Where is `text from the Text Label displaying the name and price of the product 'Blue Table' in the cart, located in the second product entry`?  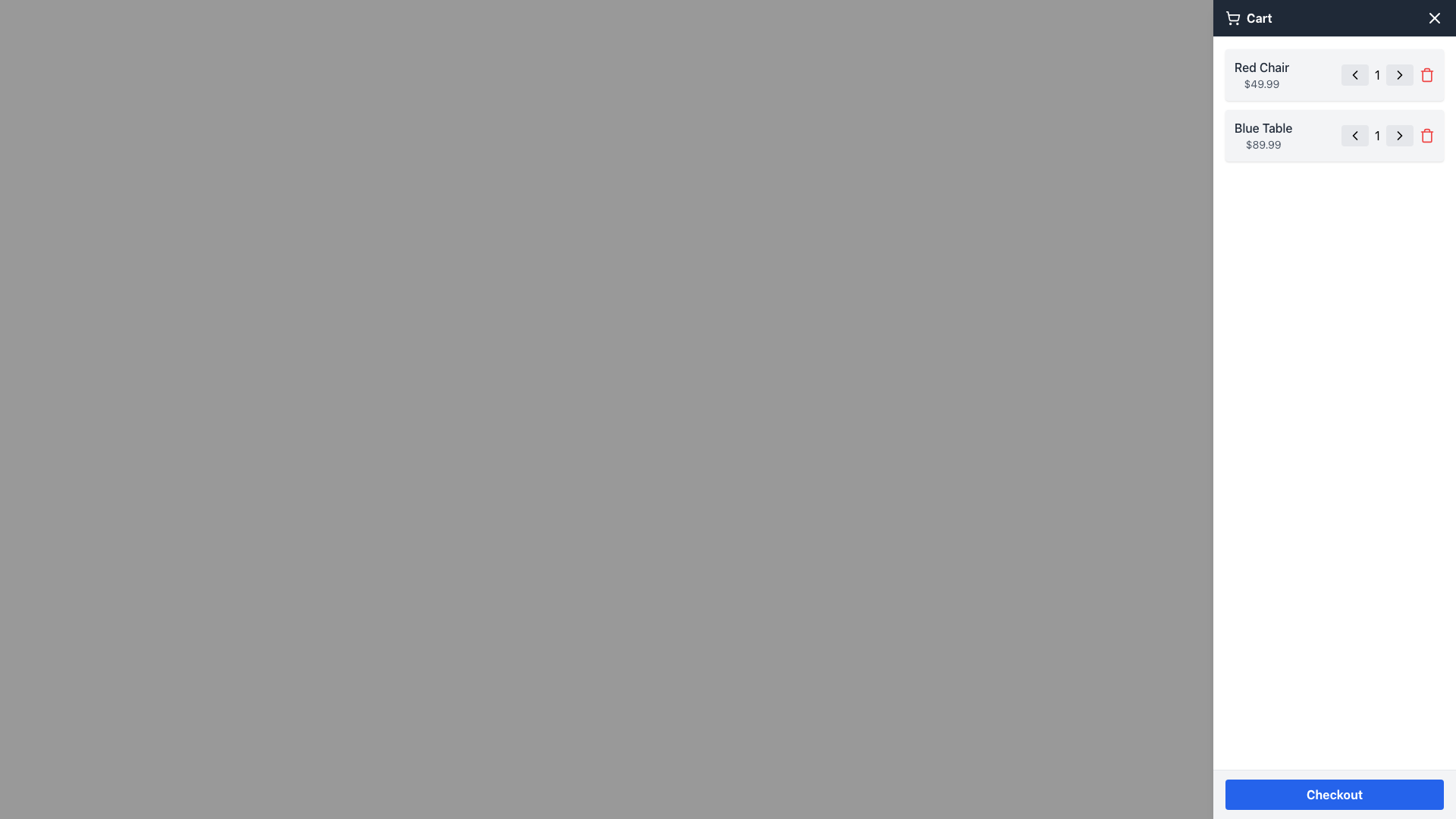 text from the Text Label displaying the name and price of the product 'Blue Table' in the cart, located in the second product entry is located at coordinates (1263, 134).